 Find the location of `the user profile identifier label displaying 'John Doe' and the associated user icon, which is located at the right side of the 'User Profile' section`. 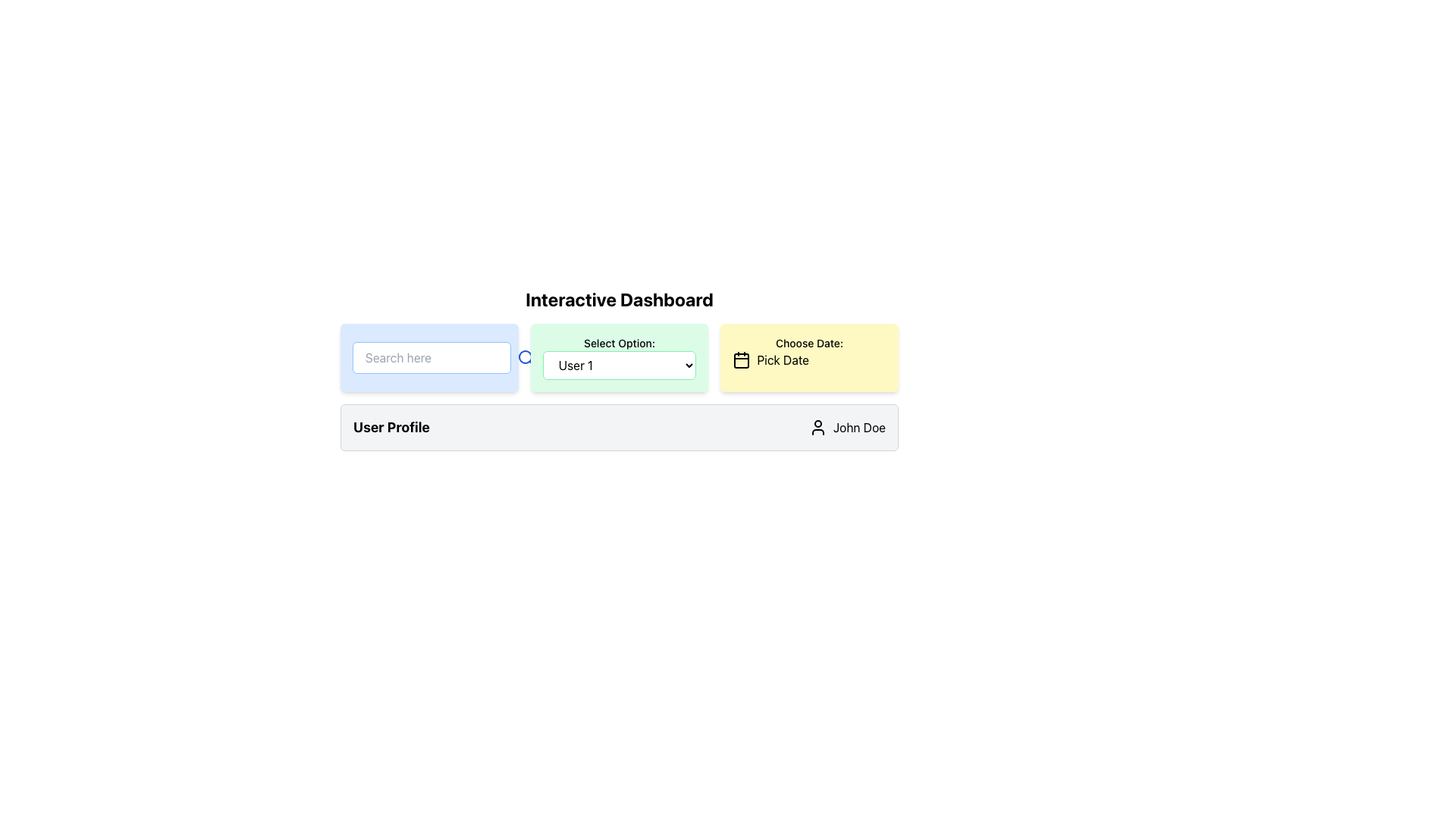

the user profile identifier label displaying 'John Doe' and the associated user icon, which is located at the right side of the 'User Profile' section is located at coordinates (846, 427).